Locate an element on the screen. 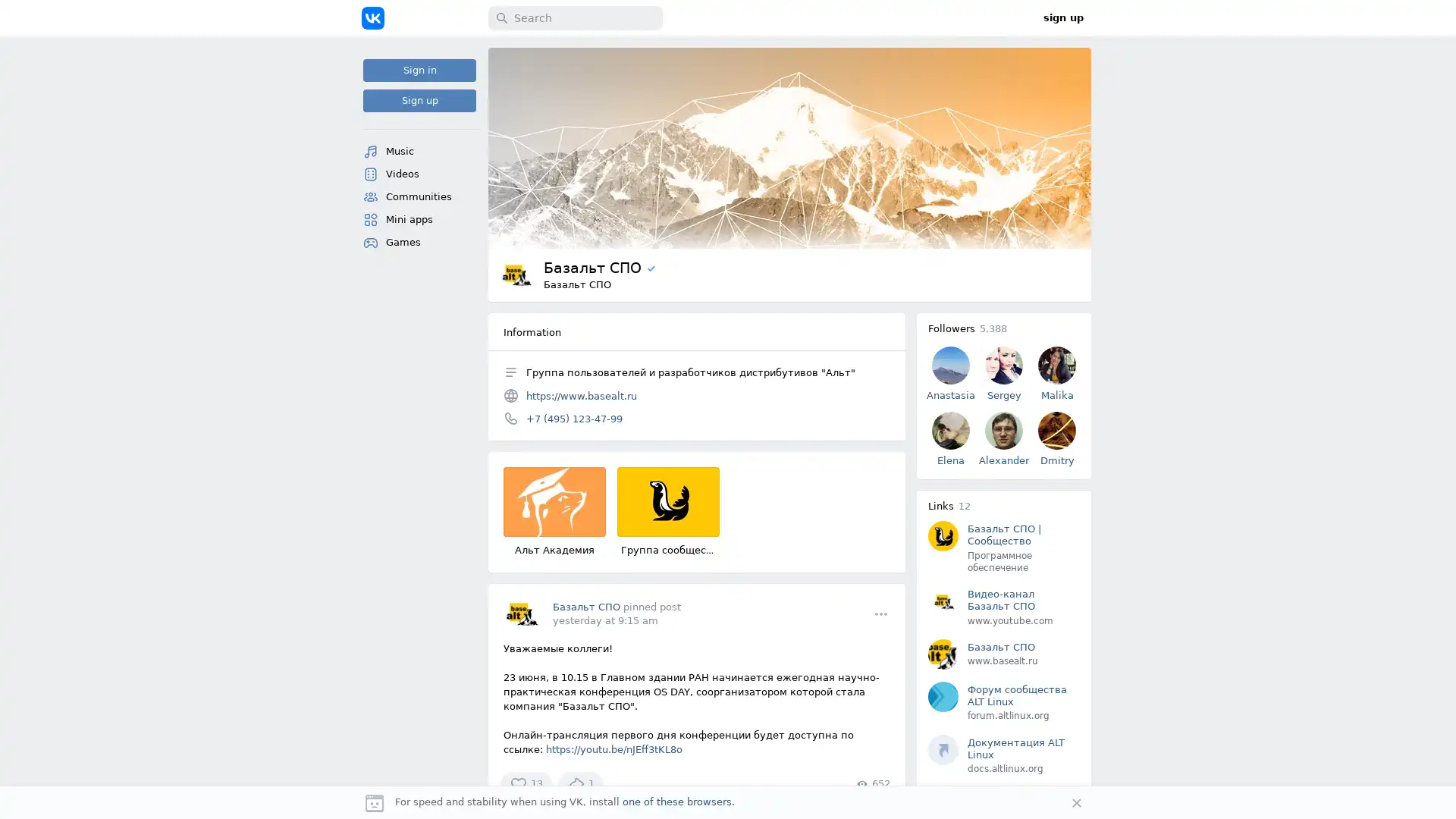 This screenshot has height=819, width=1456. Sign in is located at coordinates (419, 70).